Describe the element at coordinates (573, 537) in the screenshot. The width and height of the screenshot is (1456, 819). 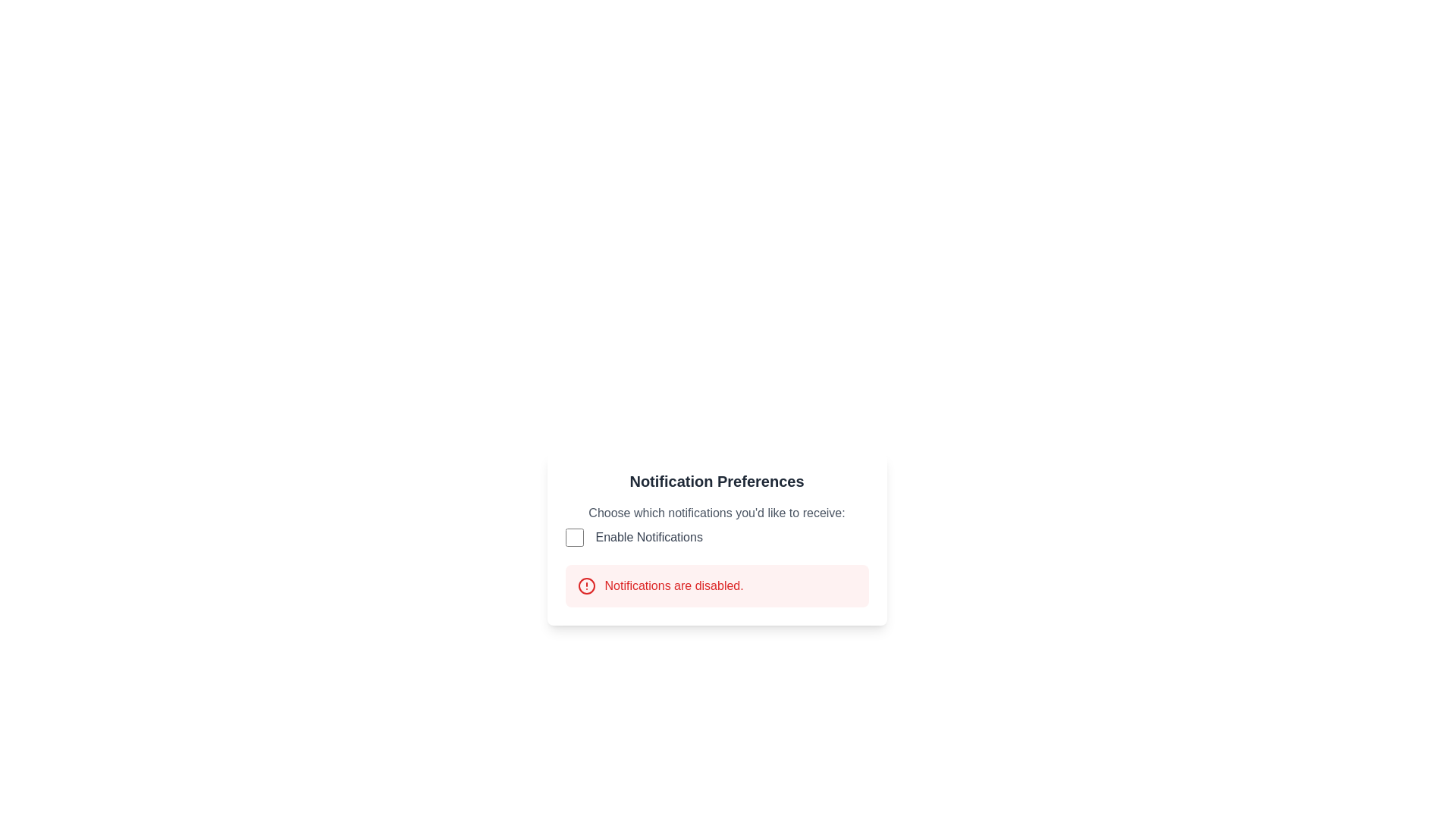
I see `the small square checkbox with a blue accent to check or uncheck it, located to the left of the 'Enable Notifications' label within the 'Notification Preferences' card` at that location.